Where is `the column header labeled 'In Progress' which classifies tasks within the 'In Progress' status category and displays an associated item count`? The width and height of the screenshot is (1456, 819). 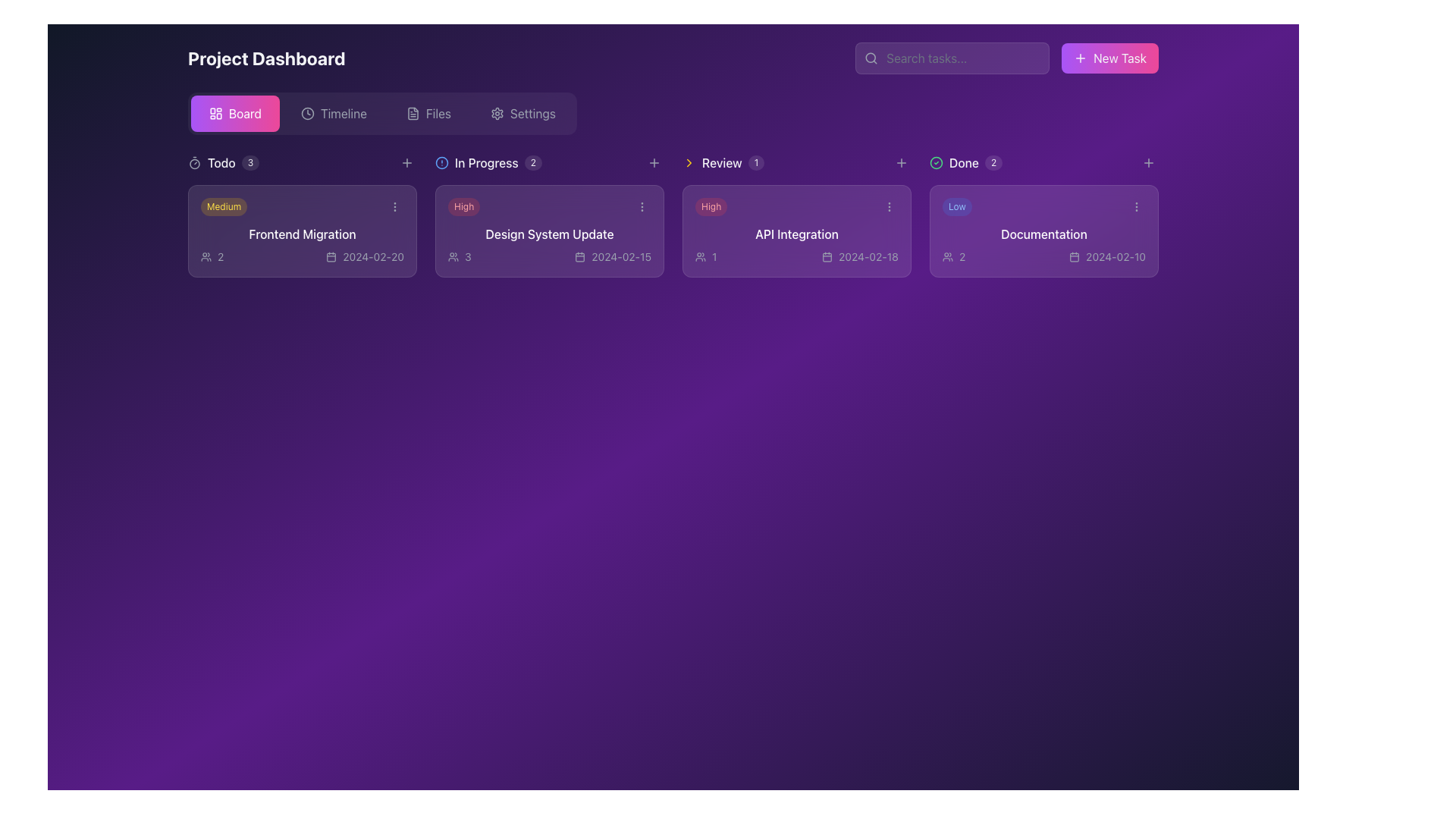 the column header labeled 'In Progress' which classifies tasks within the 'In Progress' status category and displays an associated item count is located at coordinates (488, 163).